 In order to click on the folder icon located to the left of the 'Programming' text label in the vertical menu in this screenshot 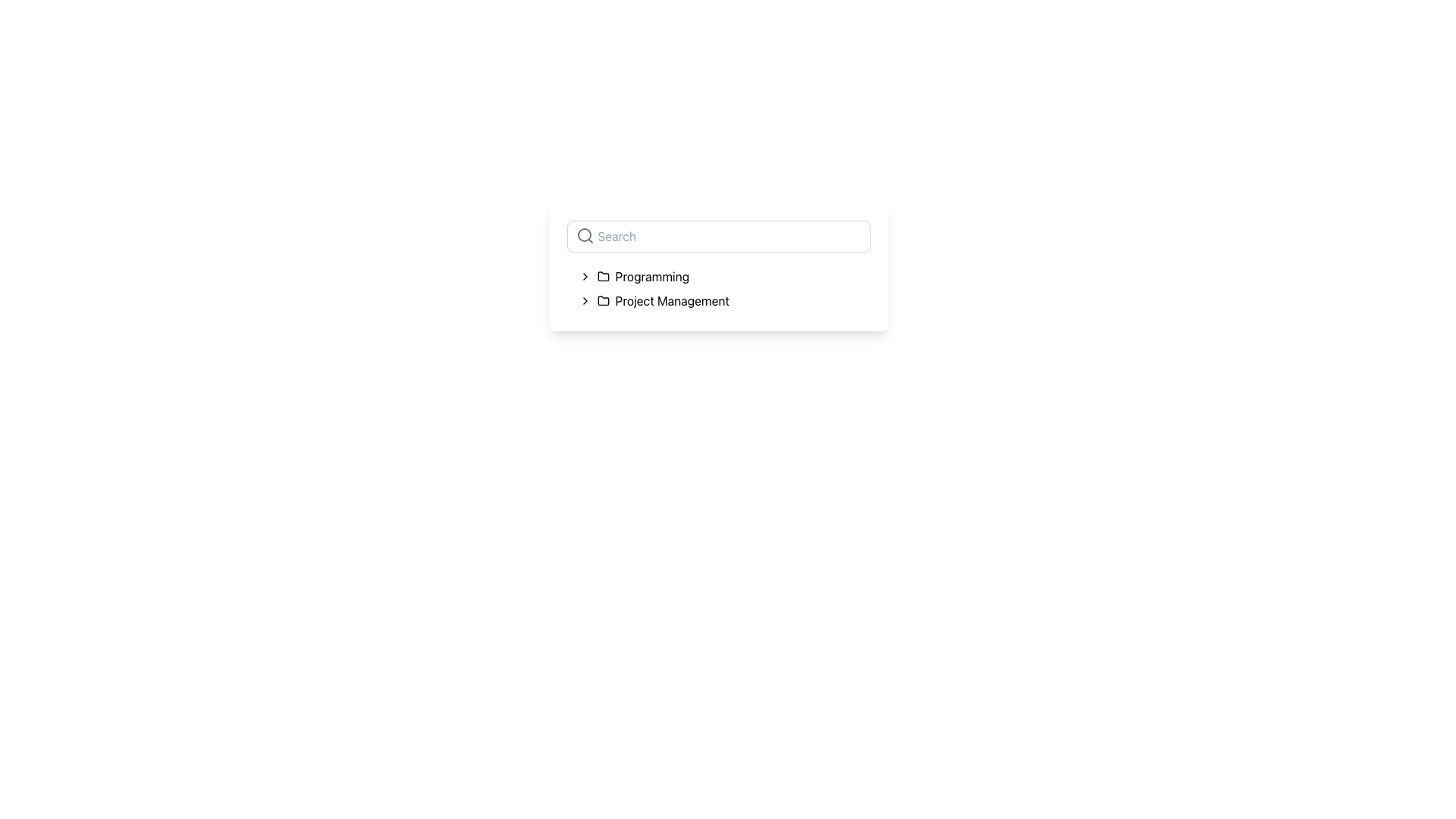, I will do `click(602, 277)`.